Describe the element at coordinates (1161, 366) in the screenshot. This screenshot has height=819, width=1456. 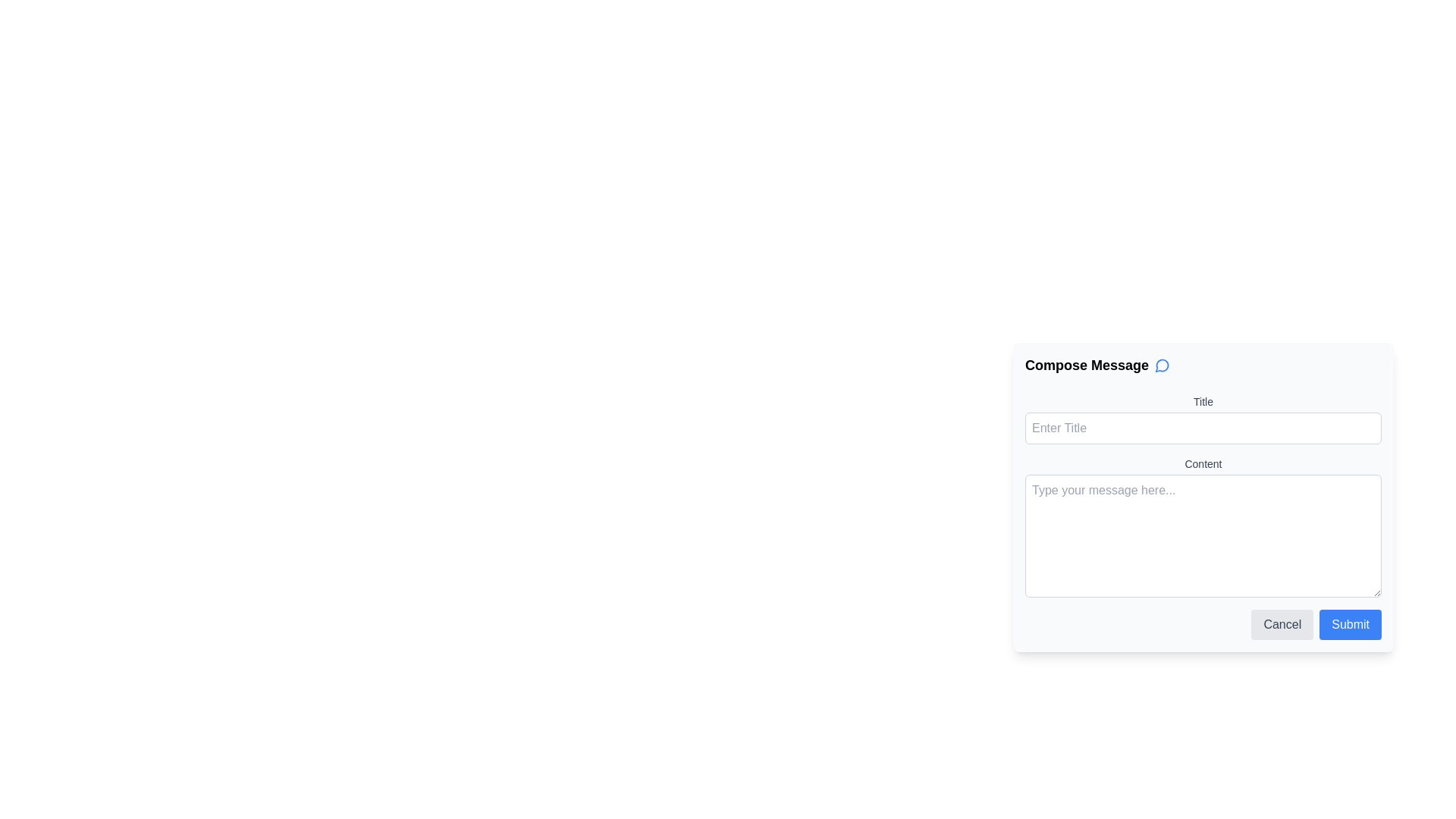
I see `the messaging icon located in the header of the 'Compose Message' panel, which is situated directly to the right of the title text 'Compose Message'` at that location.